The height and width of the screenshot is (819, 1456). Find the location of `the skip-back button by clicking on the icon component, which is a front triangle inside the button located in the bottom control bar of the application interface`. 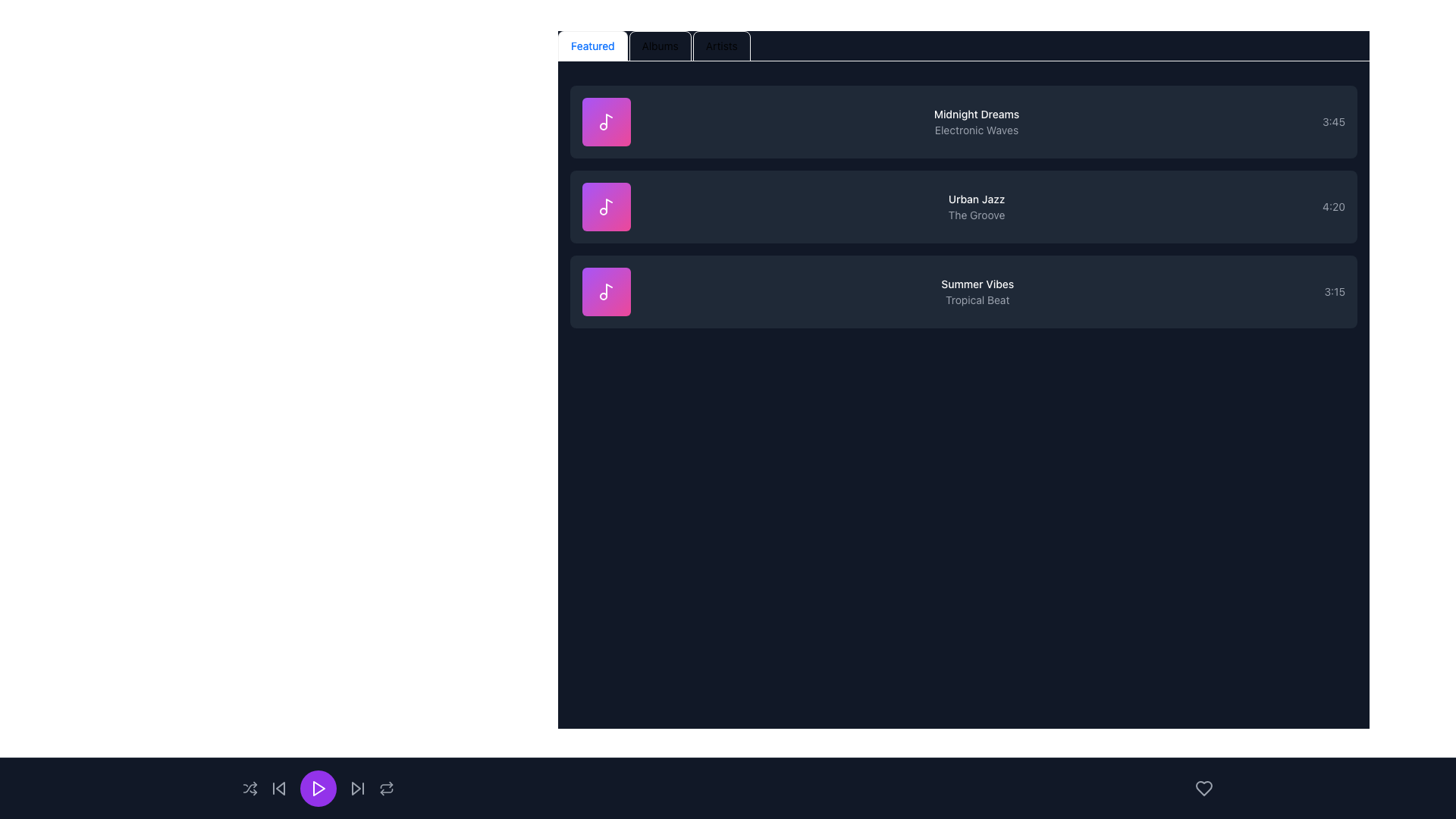

the skip-back button by clicking on the icon component, which is a front triangle inside the button located in the bottom control bar of the application interface is located at coordinates (280, 788).